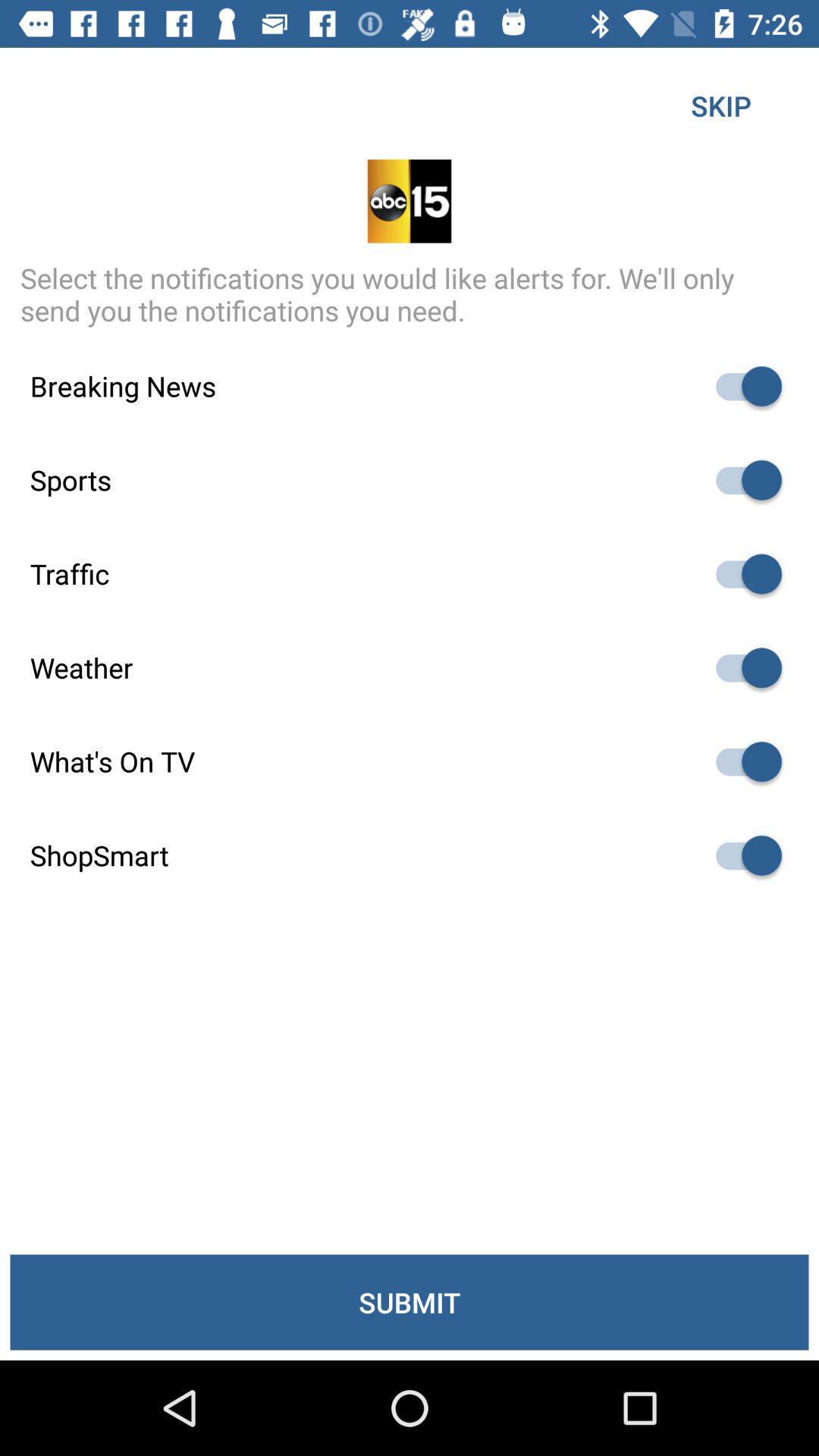 Image resolution: width=819 pixels, height=1456 pixels. I want to click on turn on/off alerts for shopsmart, so click(741, 855).